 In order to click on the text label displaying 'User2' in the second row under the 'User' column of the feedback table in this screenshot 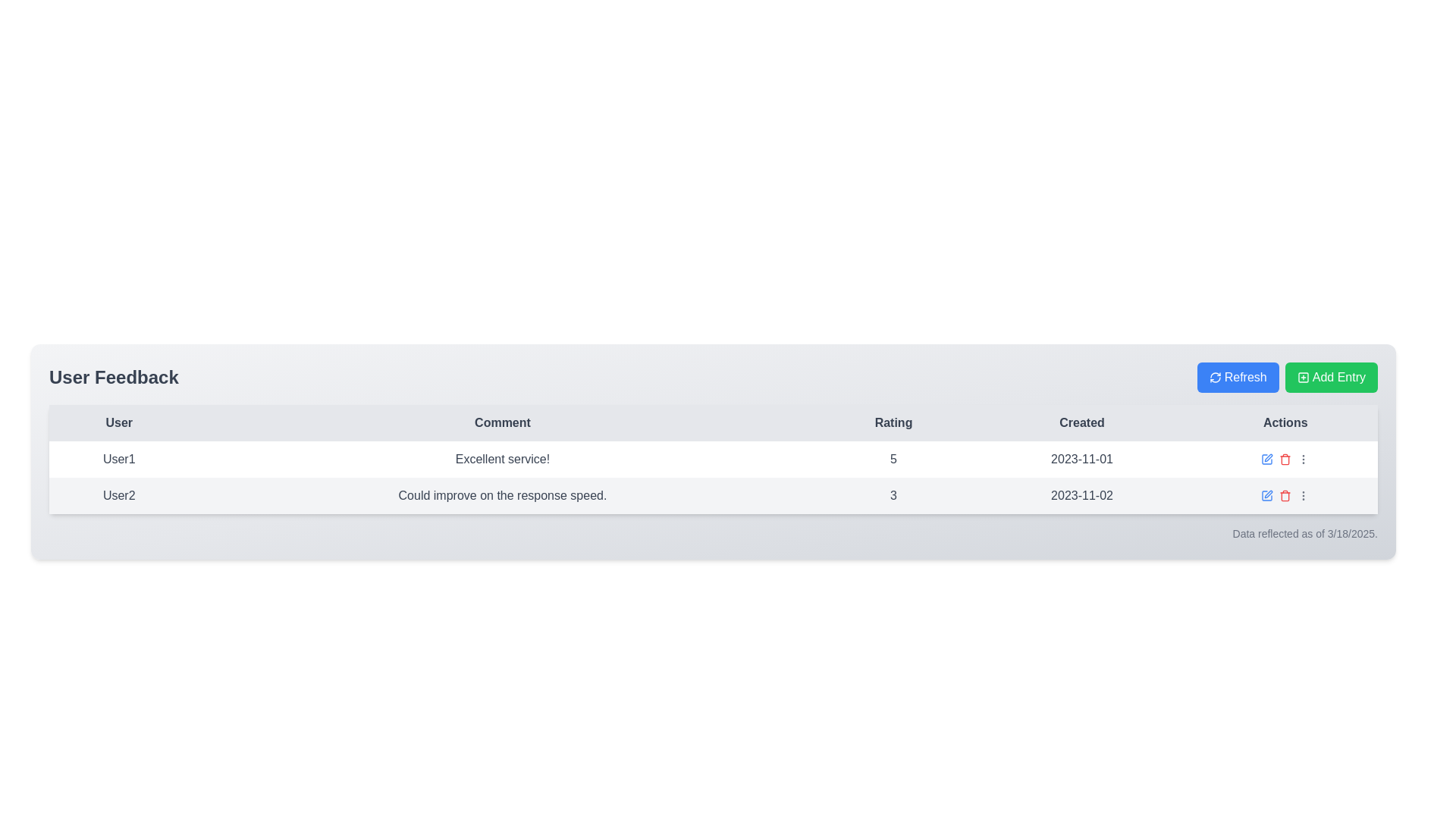, I will do `click(118, 496)`.